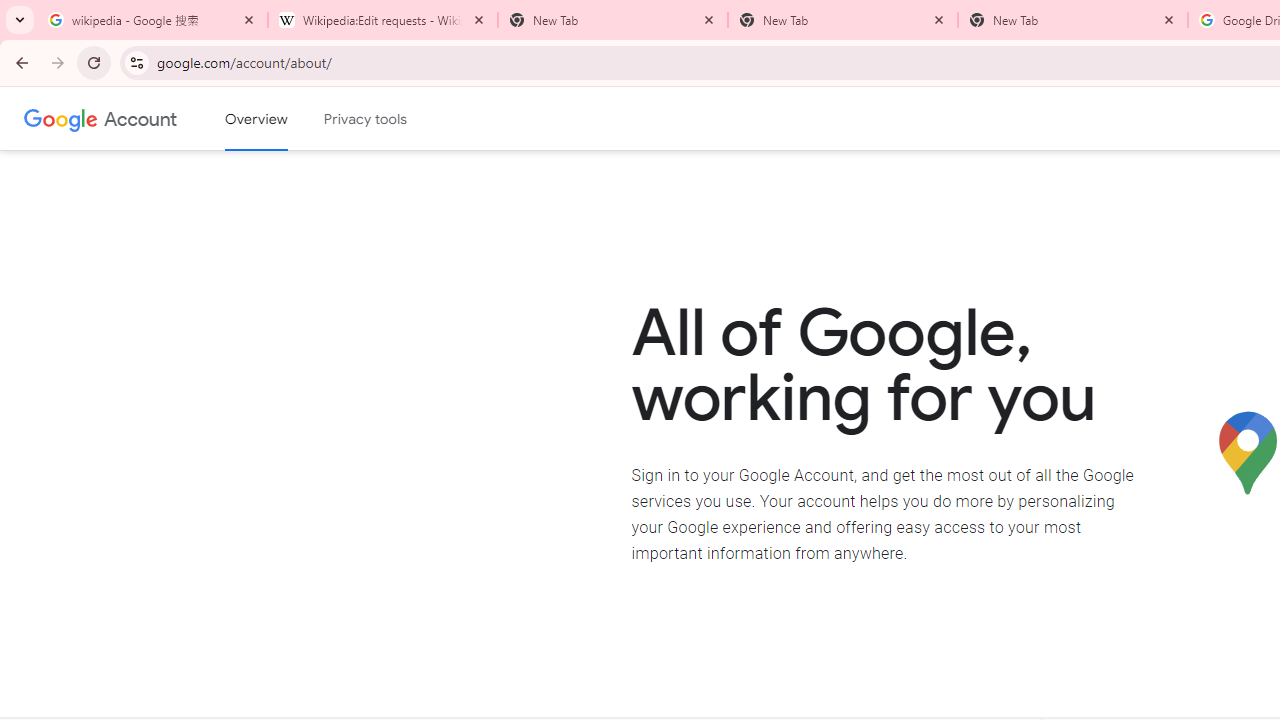 The height and width of the screenshot is (720, 1280). What do you see at coordinates (61, 118) in the screenshot?
I see `'Google logo'` at bounding box center [61, 118].